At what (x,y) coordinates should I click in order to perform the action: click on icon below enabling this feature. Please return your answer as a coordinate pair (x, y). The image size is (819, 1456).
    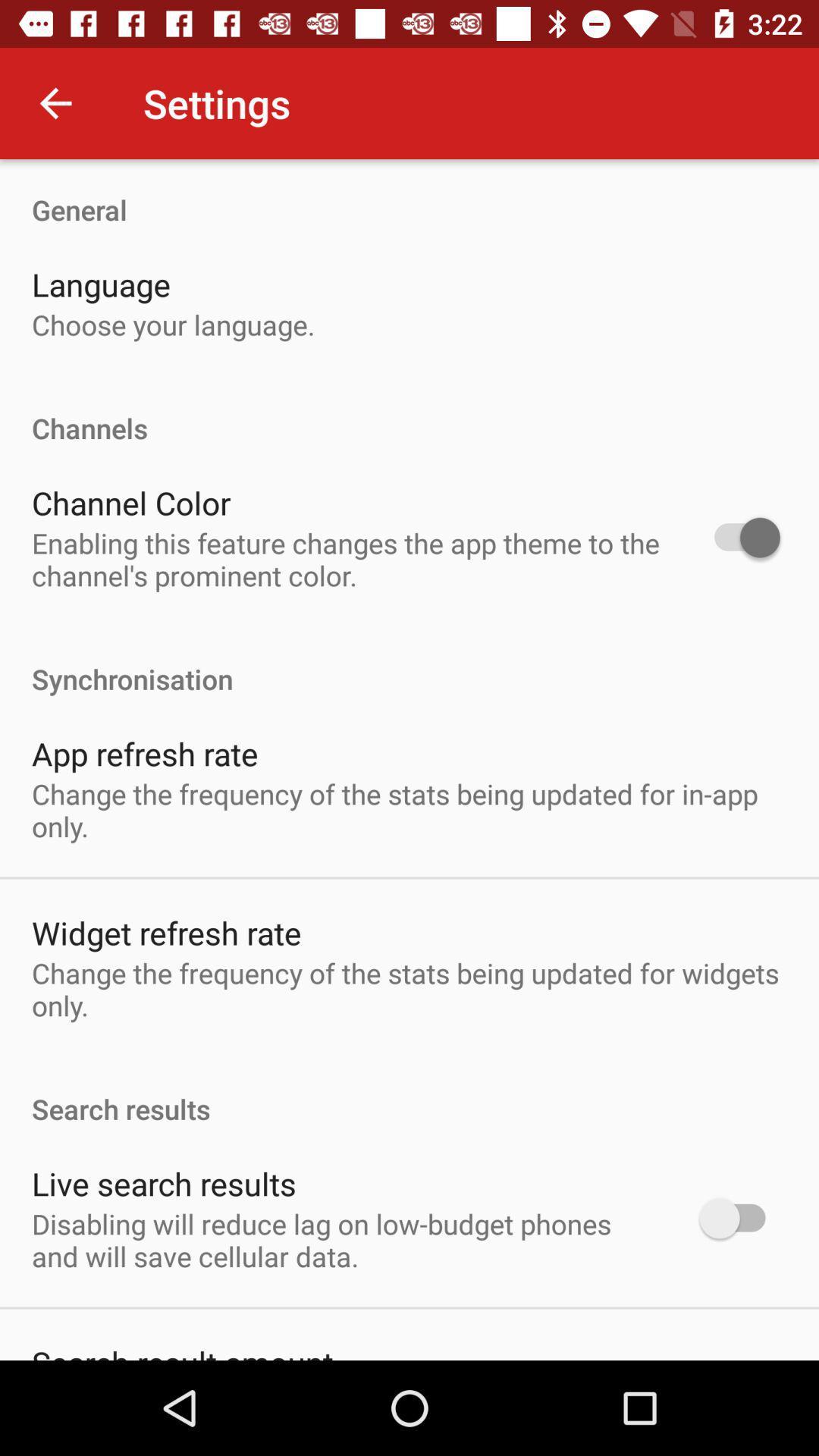
    Looking at the image, I should click on (409, 663).